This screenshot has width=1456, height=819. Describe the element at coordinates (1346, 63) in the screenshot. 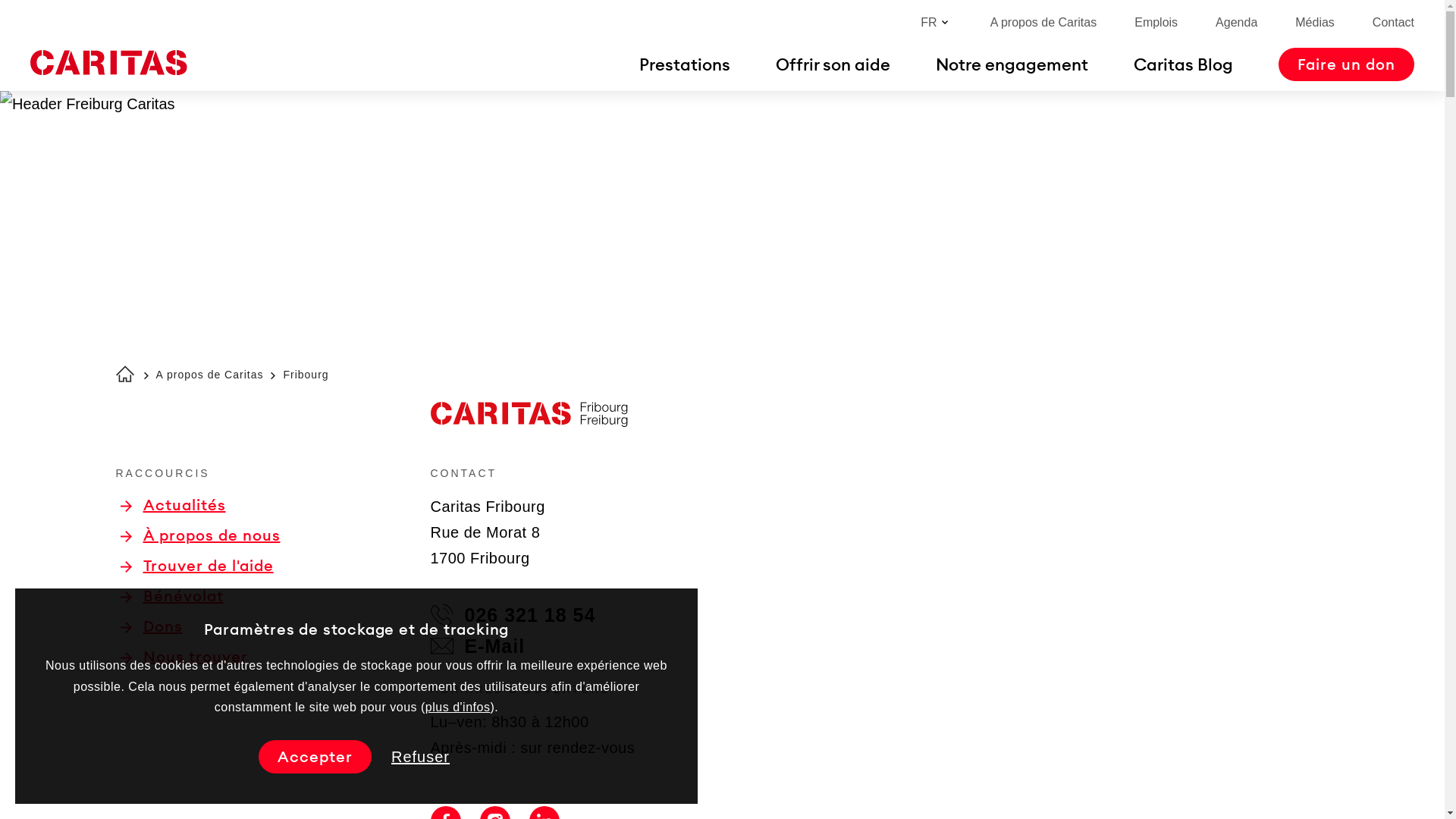

I see `'Faire un don` at that location.